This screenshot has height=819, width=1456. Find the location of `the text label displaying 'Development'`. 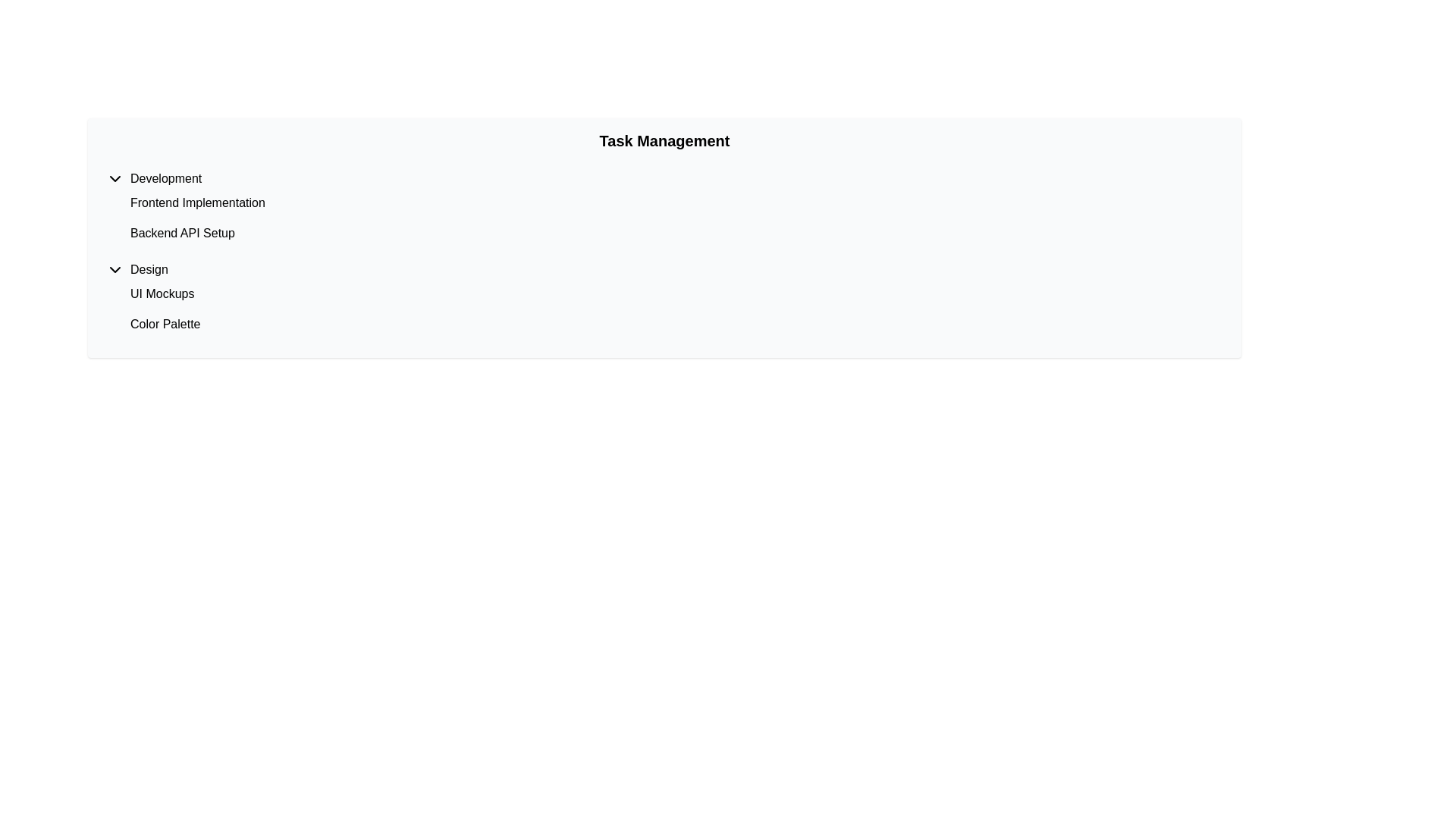

the text label displaying 'Development' is located at coordinates (166, 177).